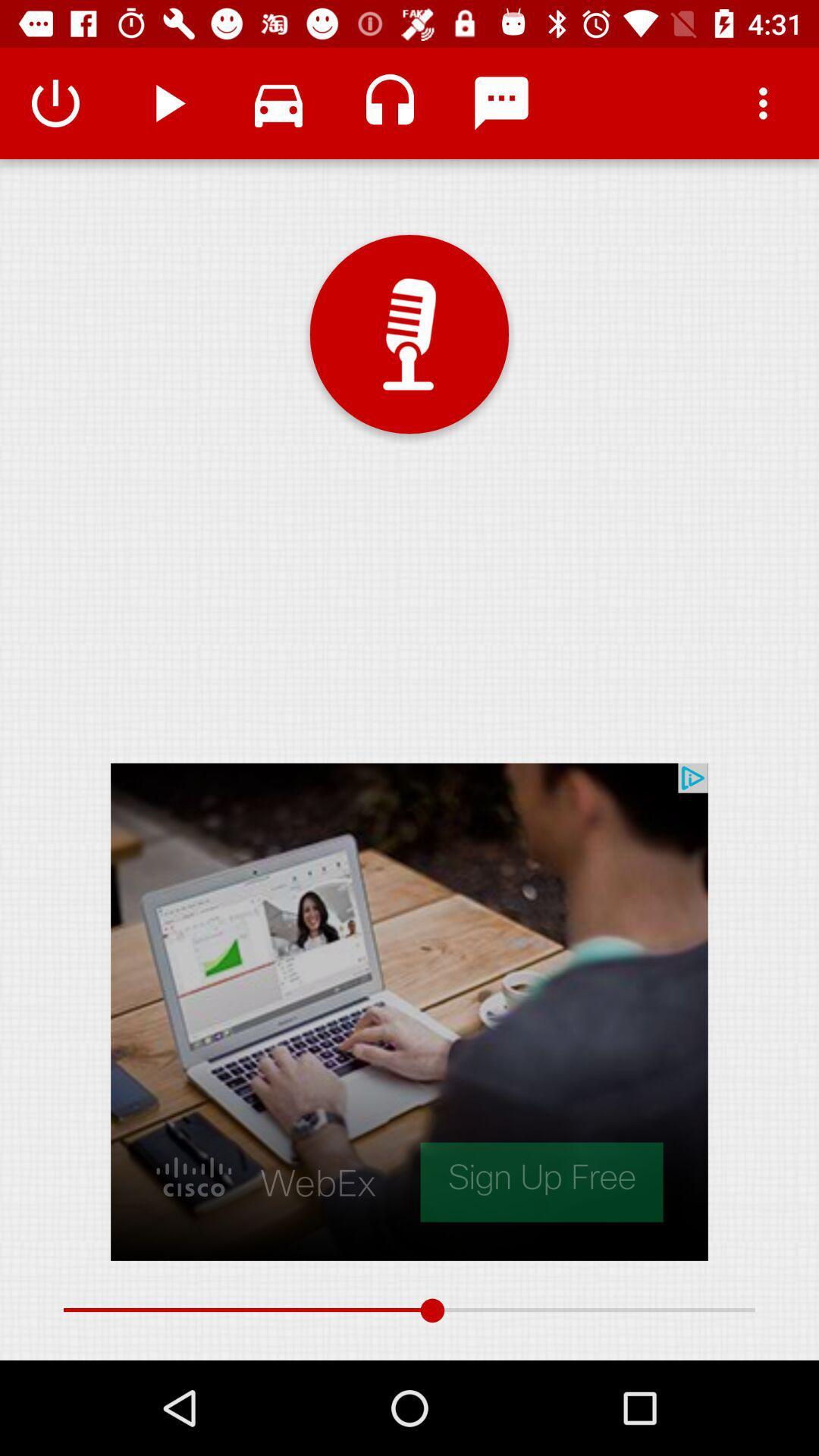 The width and height of the screenshot is (819, 1456). Describe the element at coordinates (278, 102) in the screenshot. I see `the chat icon` at that location.